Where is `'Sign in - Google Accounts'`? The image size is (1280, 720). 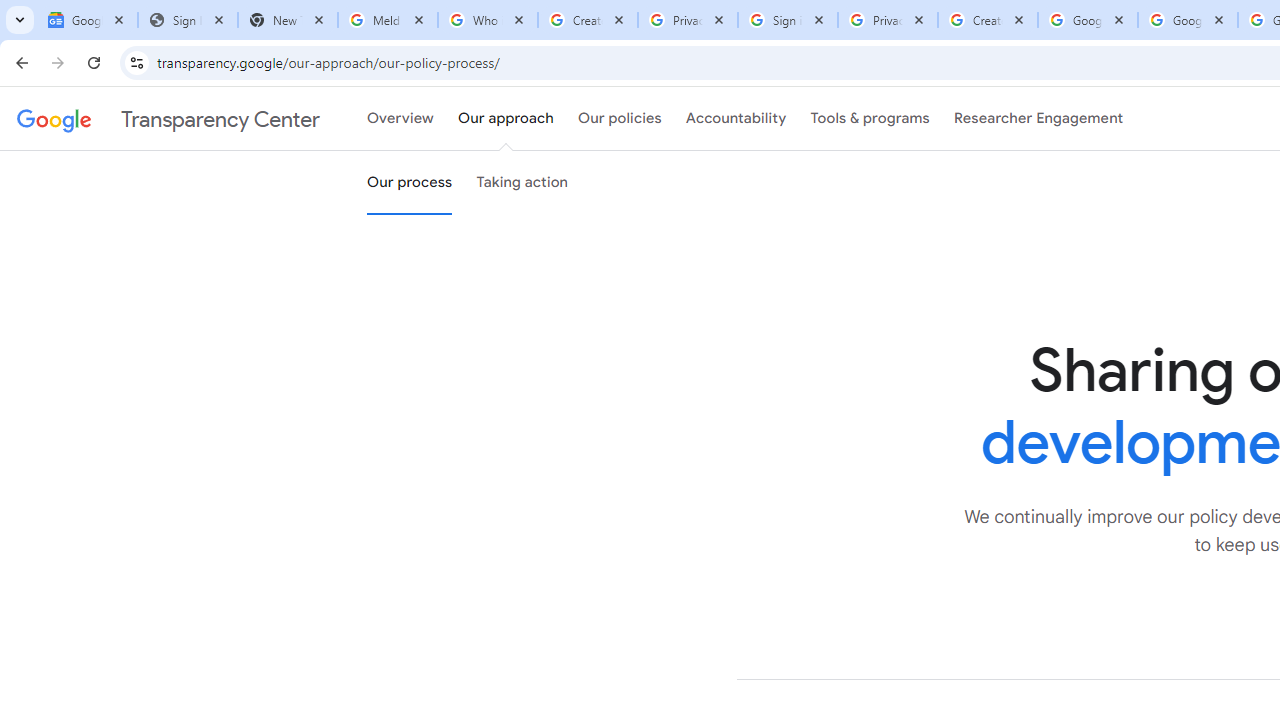
'Sign in - Google Accounts' is located at coordinates (787, 20).